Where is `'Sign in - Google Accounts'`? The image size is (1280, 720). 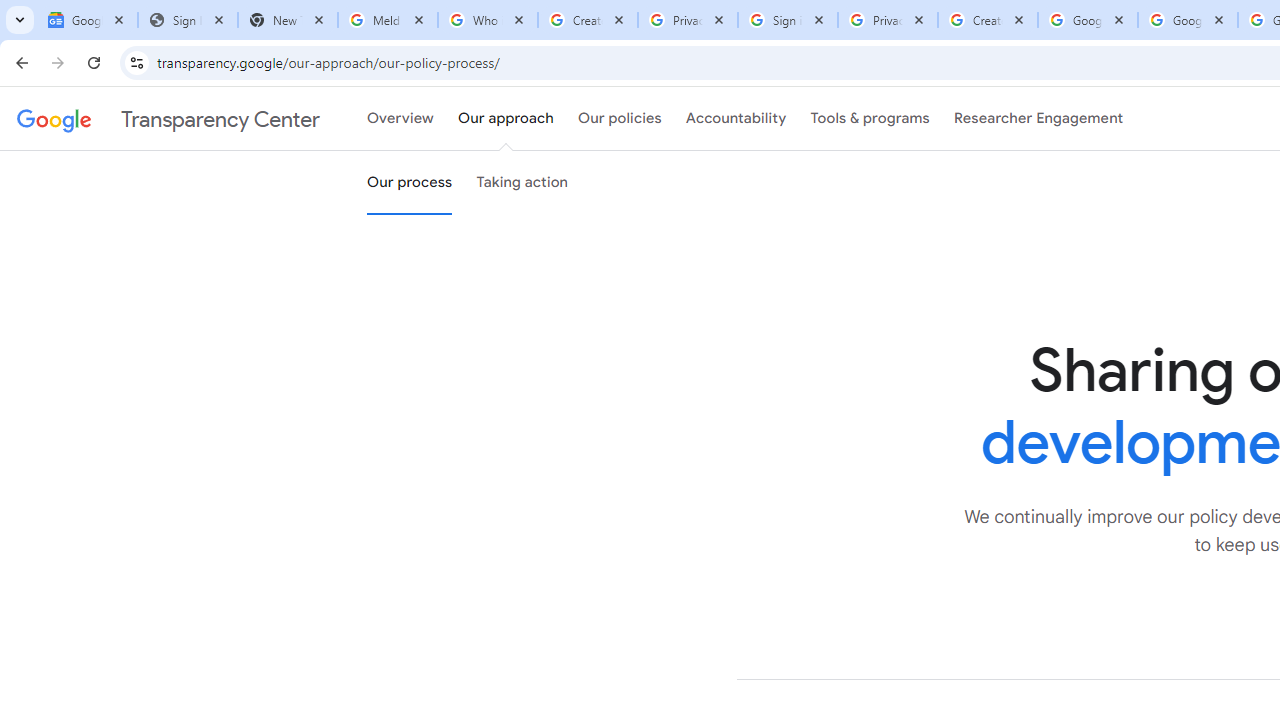
'Sign in - Google Accounts' is located at coordinates (787, 20).